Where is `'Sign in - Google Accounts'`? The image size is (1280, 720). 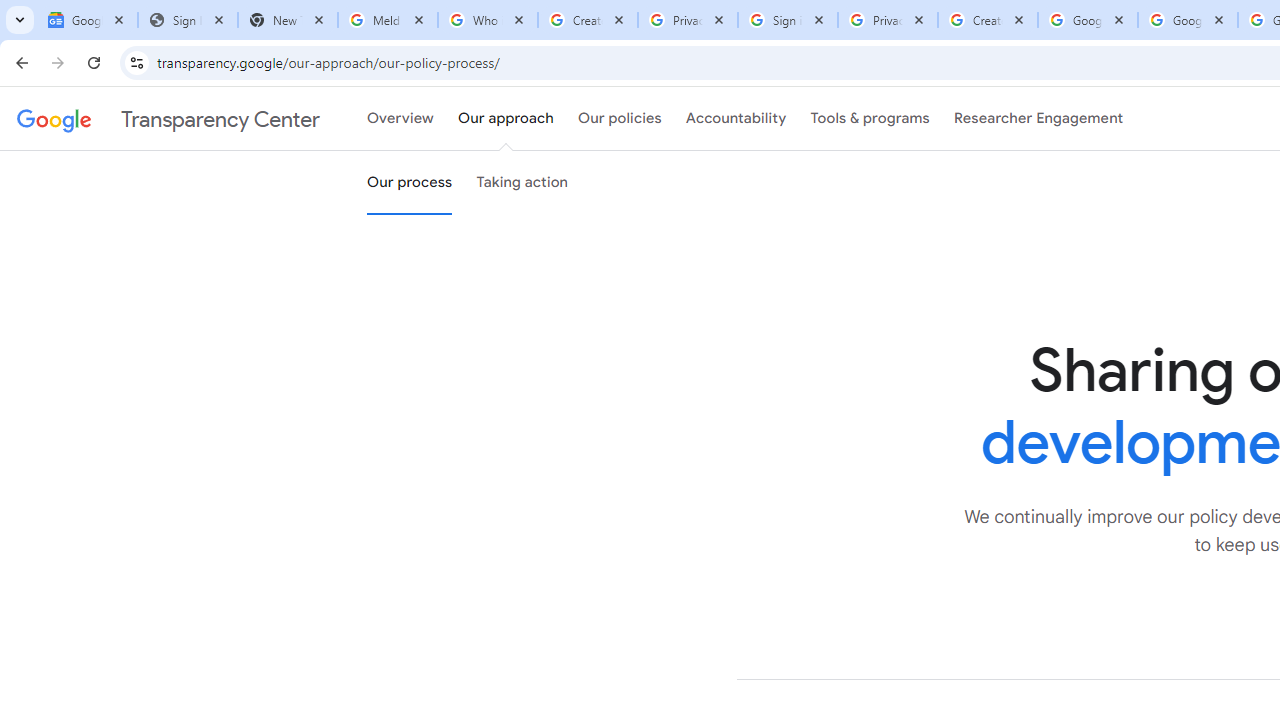
'Sign in - Google Accounts' is located at coordinates (787, 20).